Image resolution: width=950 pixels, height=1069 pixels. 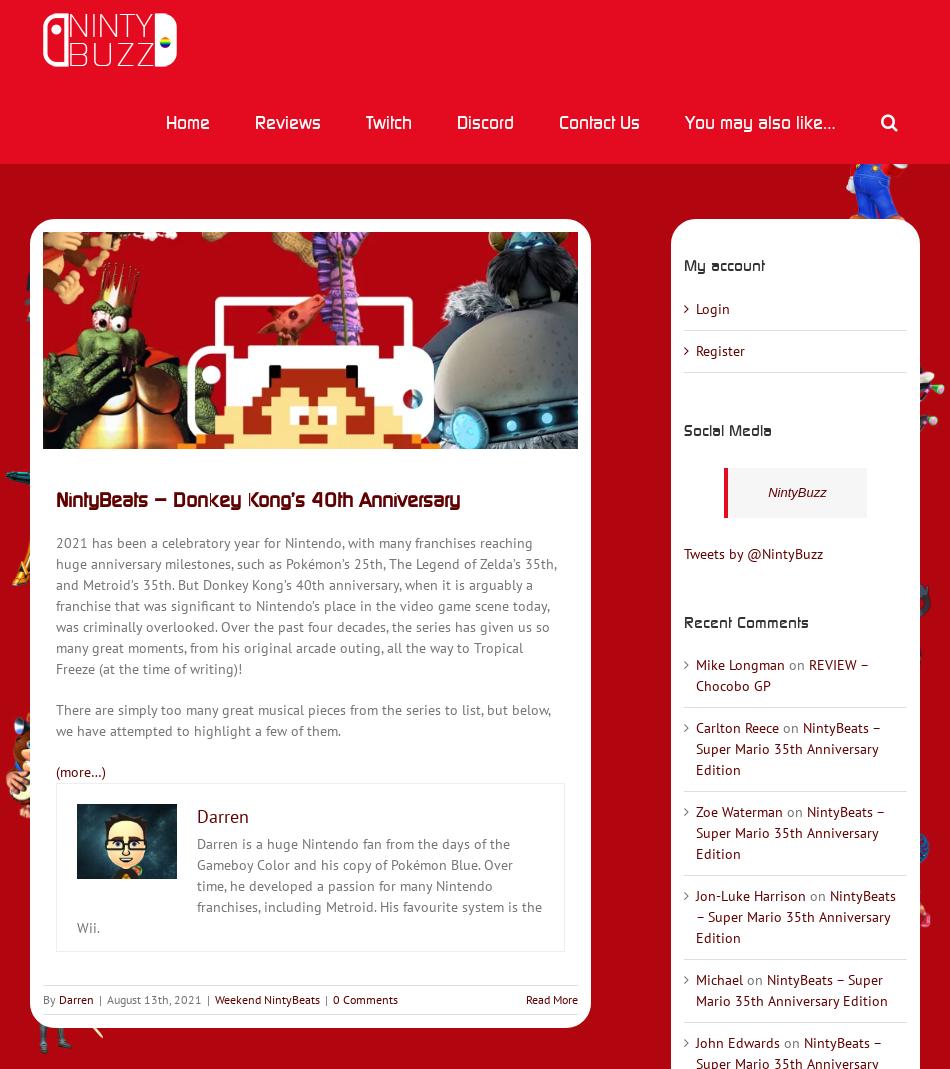 I want to click on 'Social Media', so click(x=726, y=427).